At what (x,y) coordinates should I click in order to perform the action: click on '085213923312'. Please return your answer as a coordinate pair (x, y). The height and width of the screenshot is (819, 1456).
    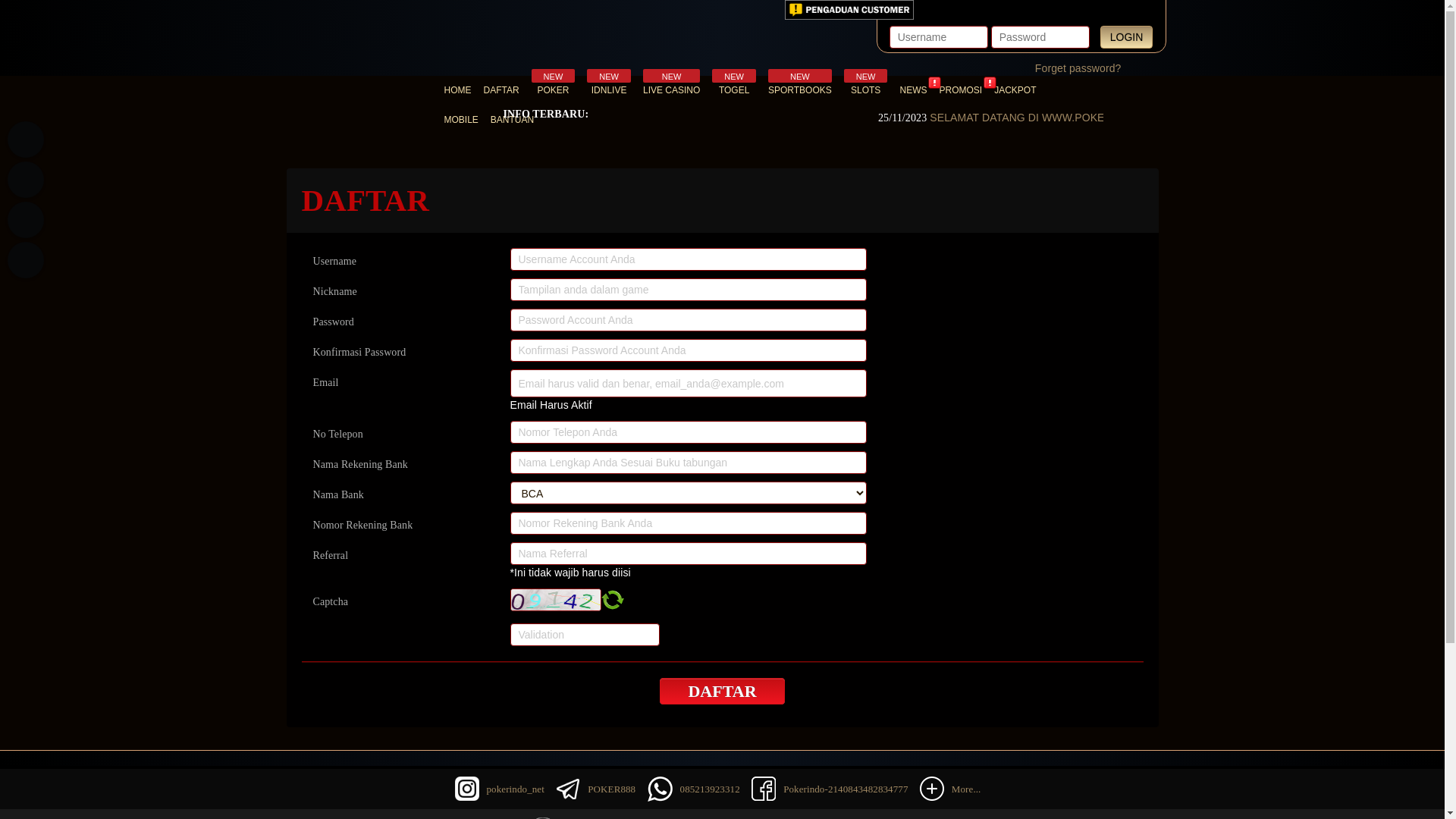
    Looking at the image, I should click on (679, 788).